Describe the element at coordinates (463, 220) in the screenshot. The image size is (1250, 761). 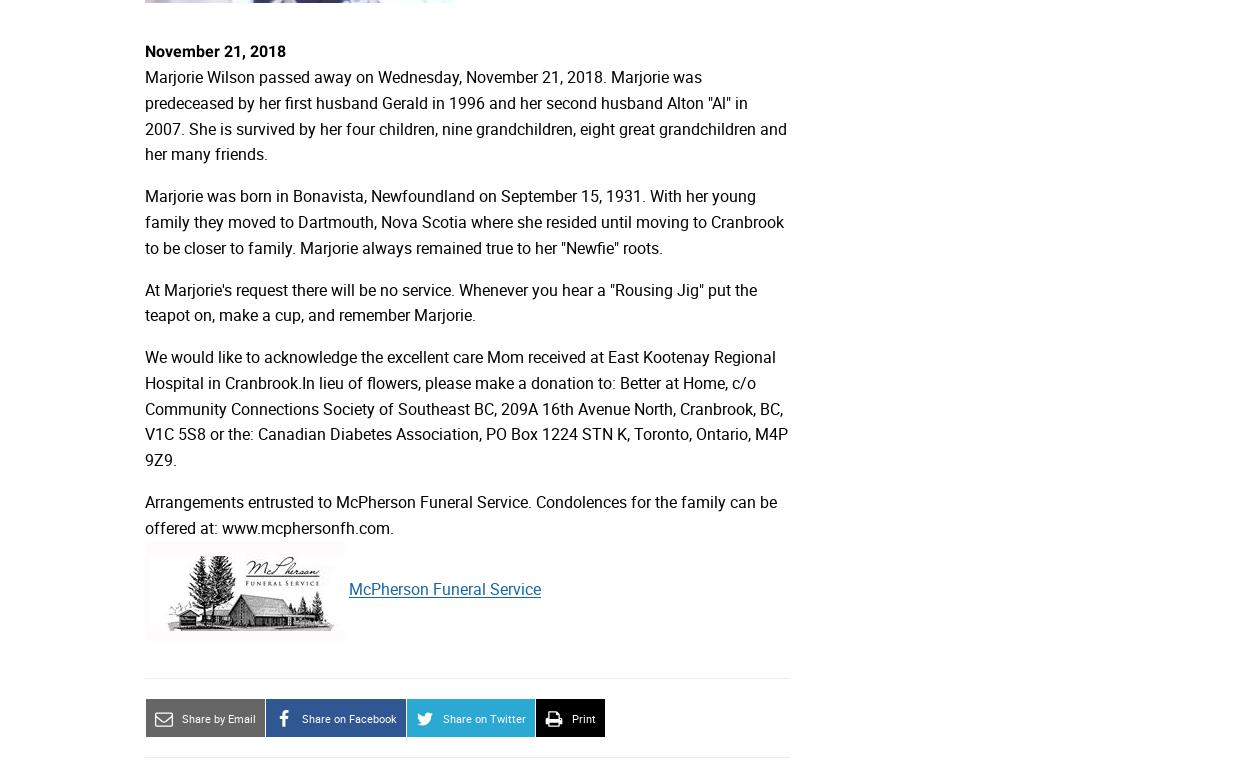
I see `'Marjorie was born in Bonavista, Newfoundland on September 15, 1931. With her young family they moved to Dartmouth, Nova Scotia where she resided until moving to Cranbrook to be closer to family. Marjorie always remained true to her "Newfie" roots.'` at that location.